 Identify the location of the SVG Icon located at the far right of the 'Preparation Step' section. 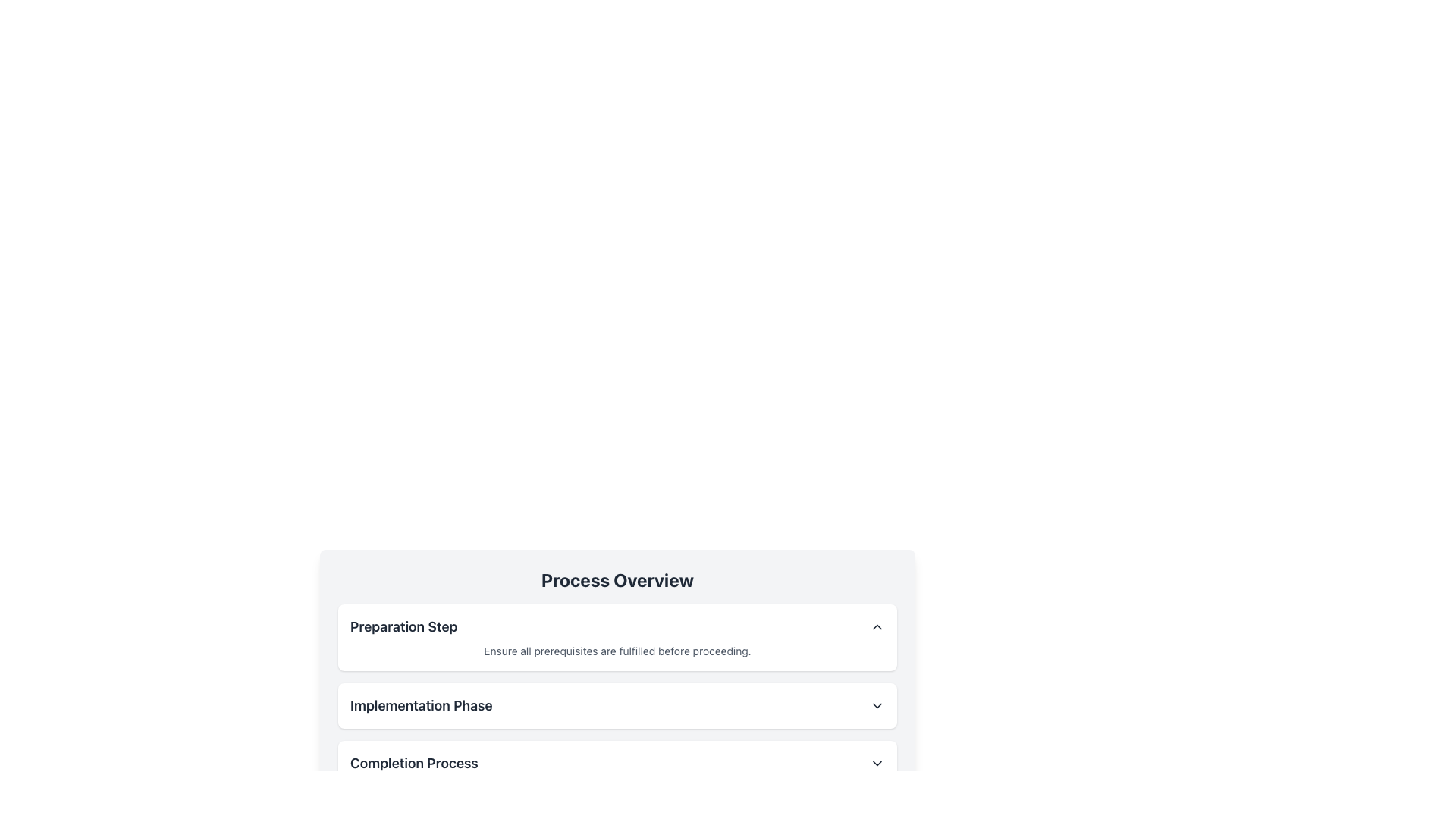
(877, 626).